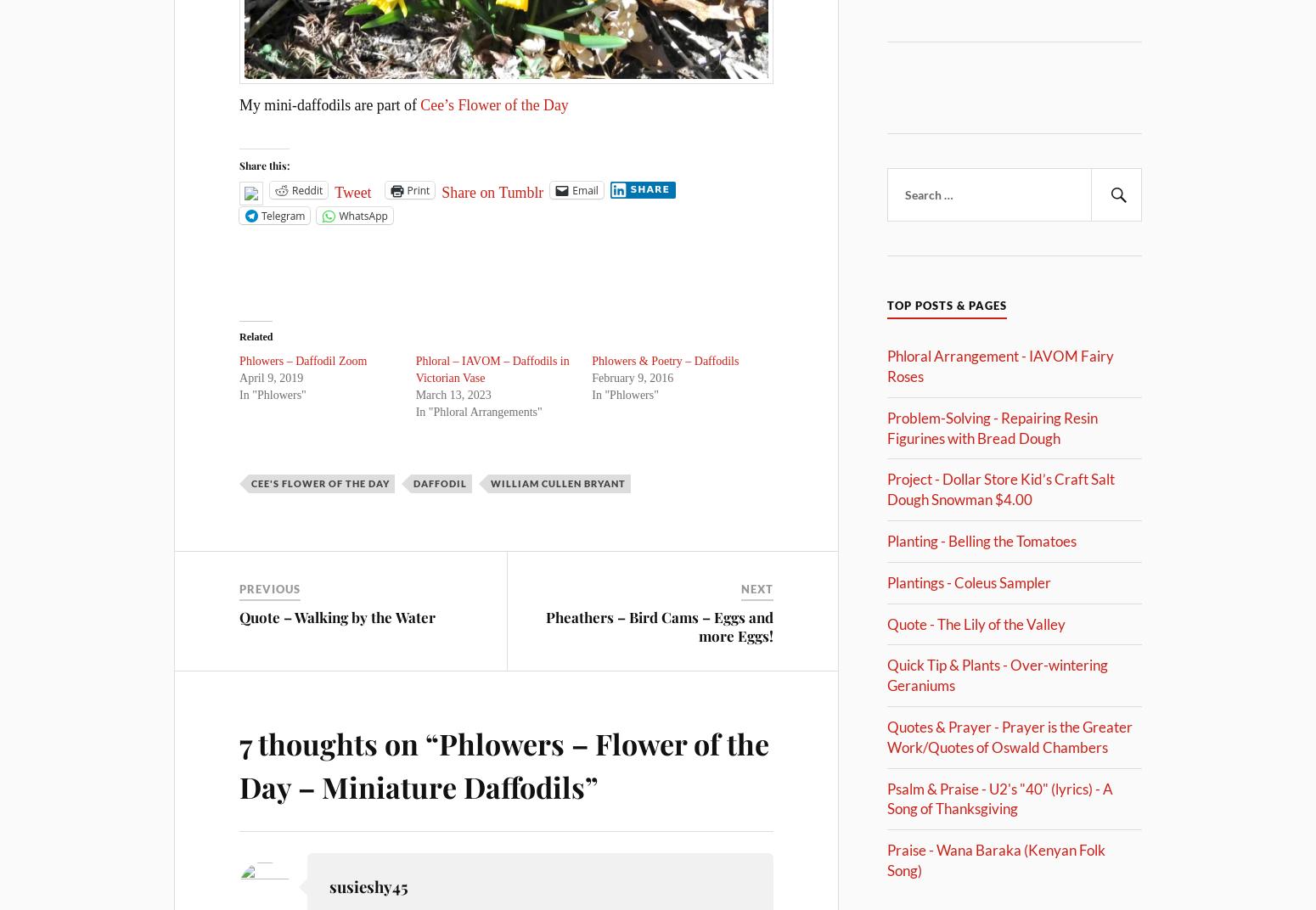  I want to click on 'Quotes & Prayer - Prayer is the Greater Work/Quotes of Oswald Chambers', so click(1009, 735).